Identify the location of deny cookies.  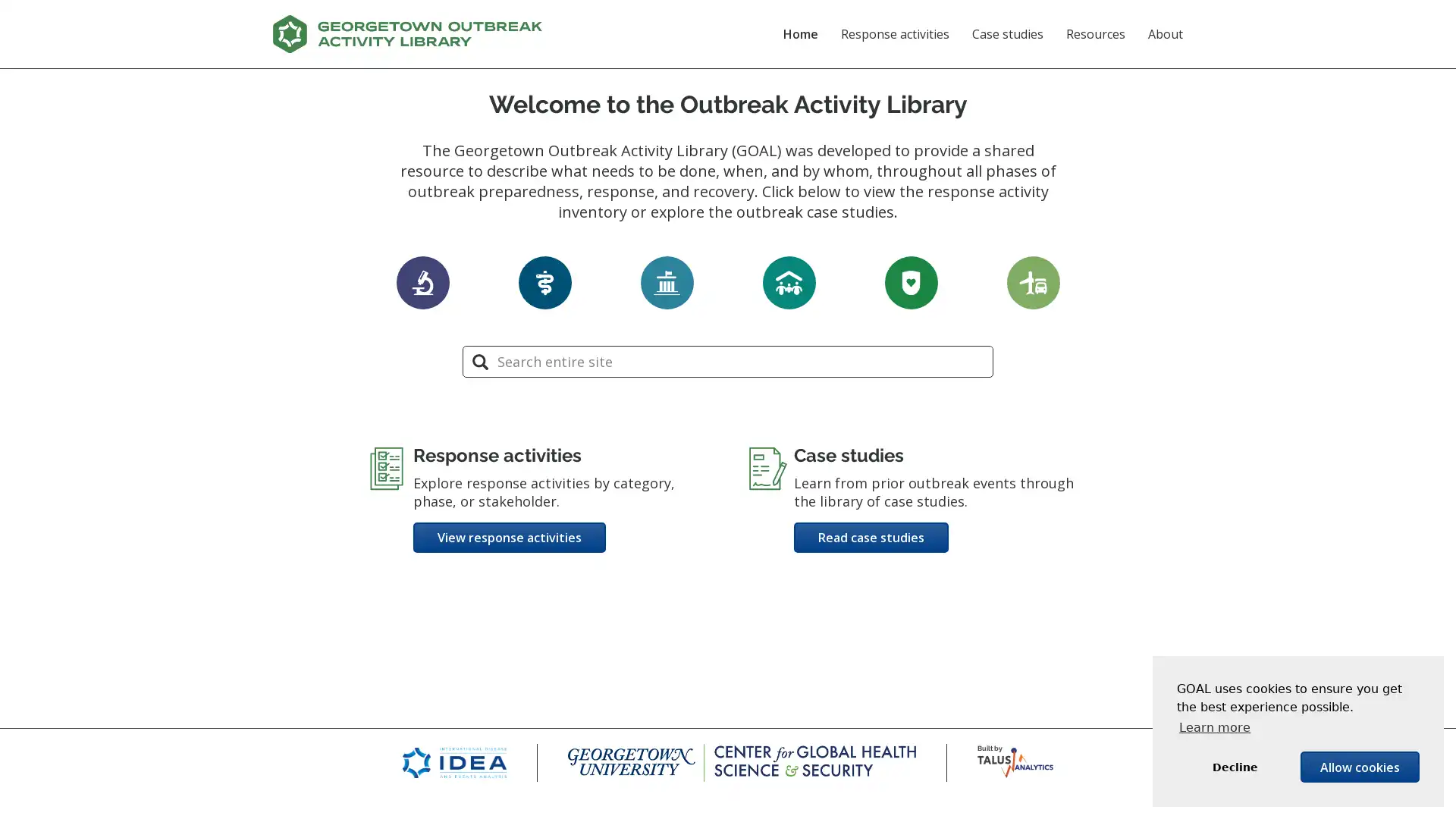
(1235, 766).